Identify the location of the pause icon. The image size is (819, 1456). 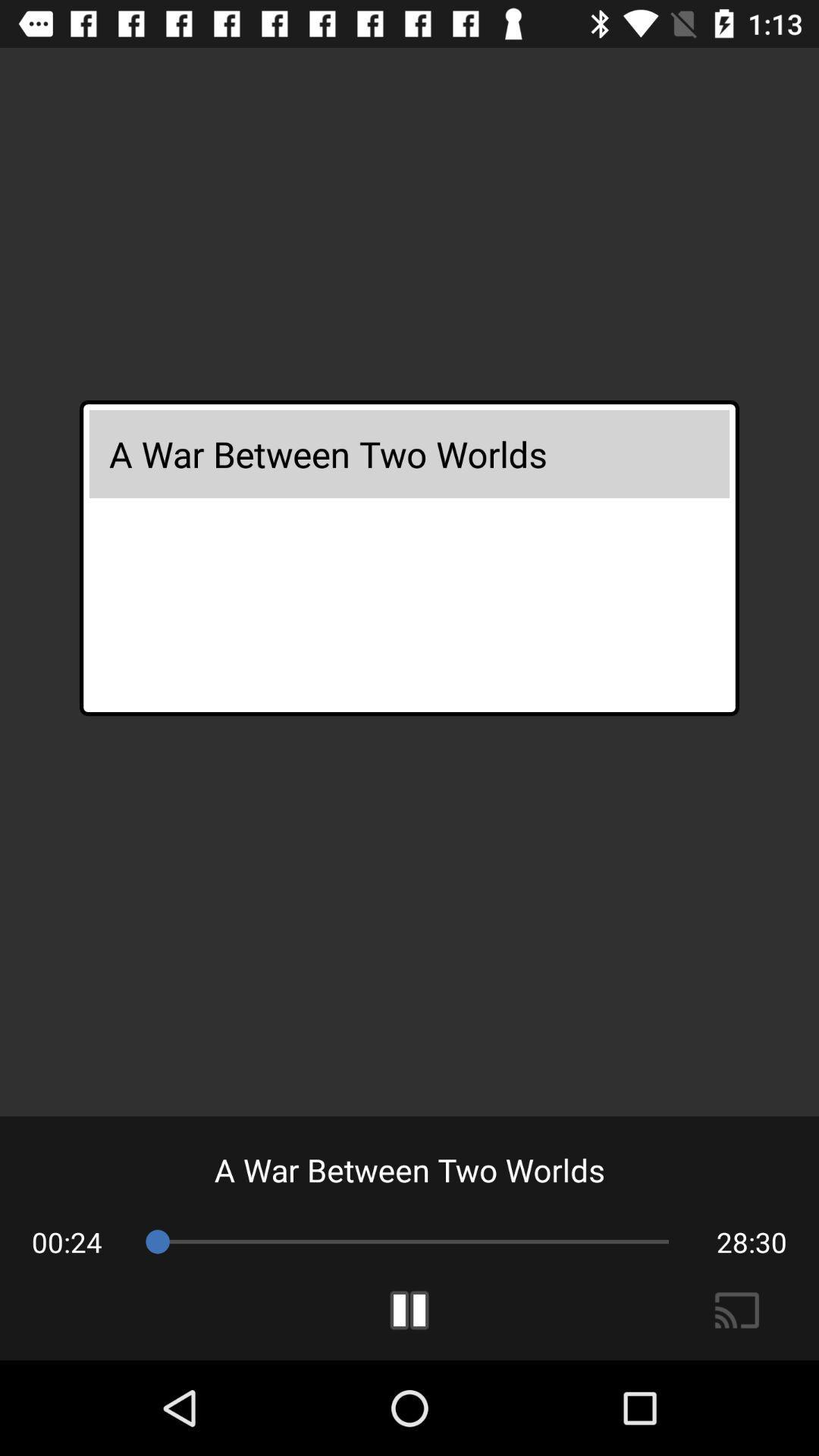
(409, 1310).